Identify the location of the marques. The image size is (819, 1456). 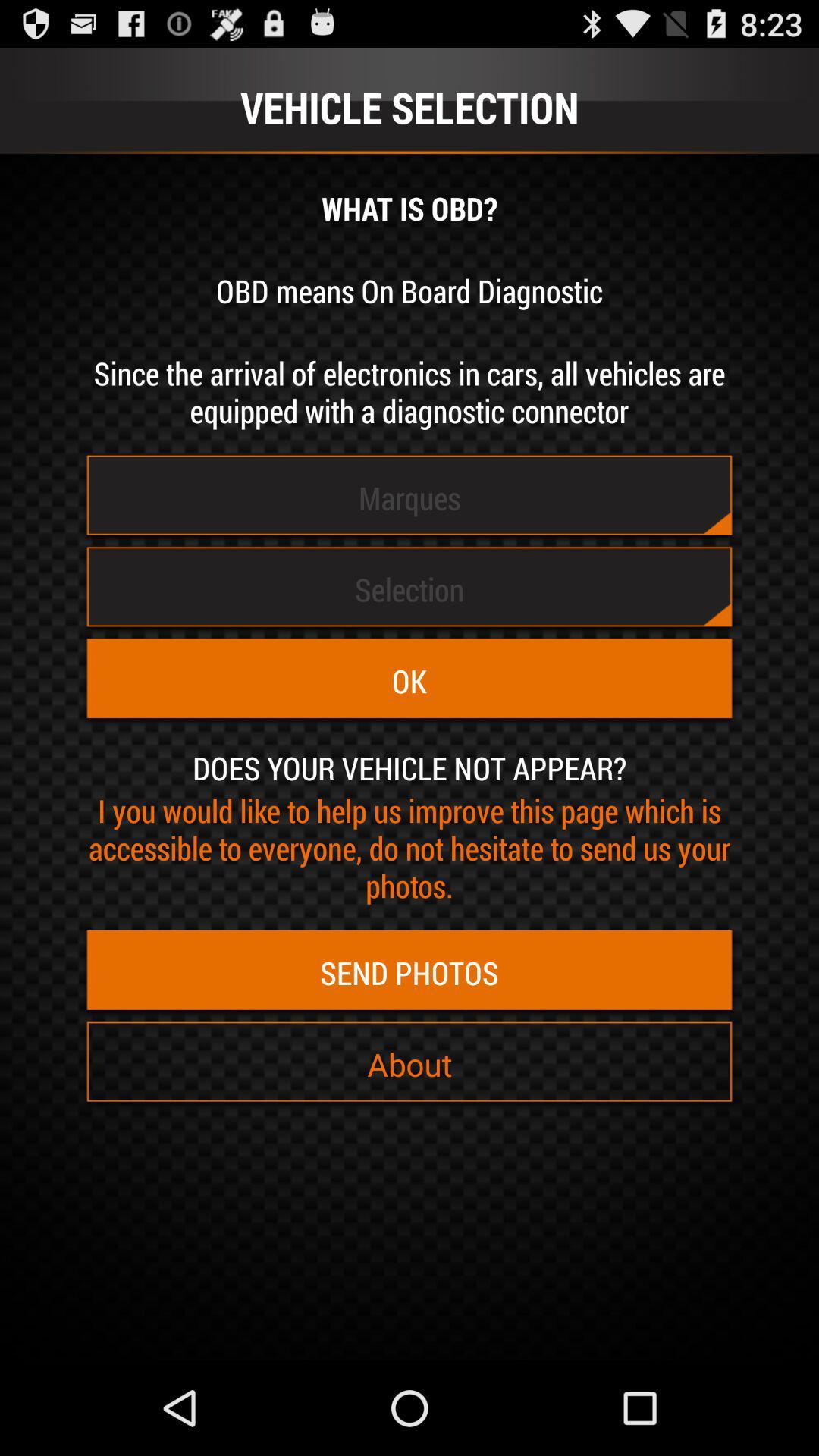
(409, 497).